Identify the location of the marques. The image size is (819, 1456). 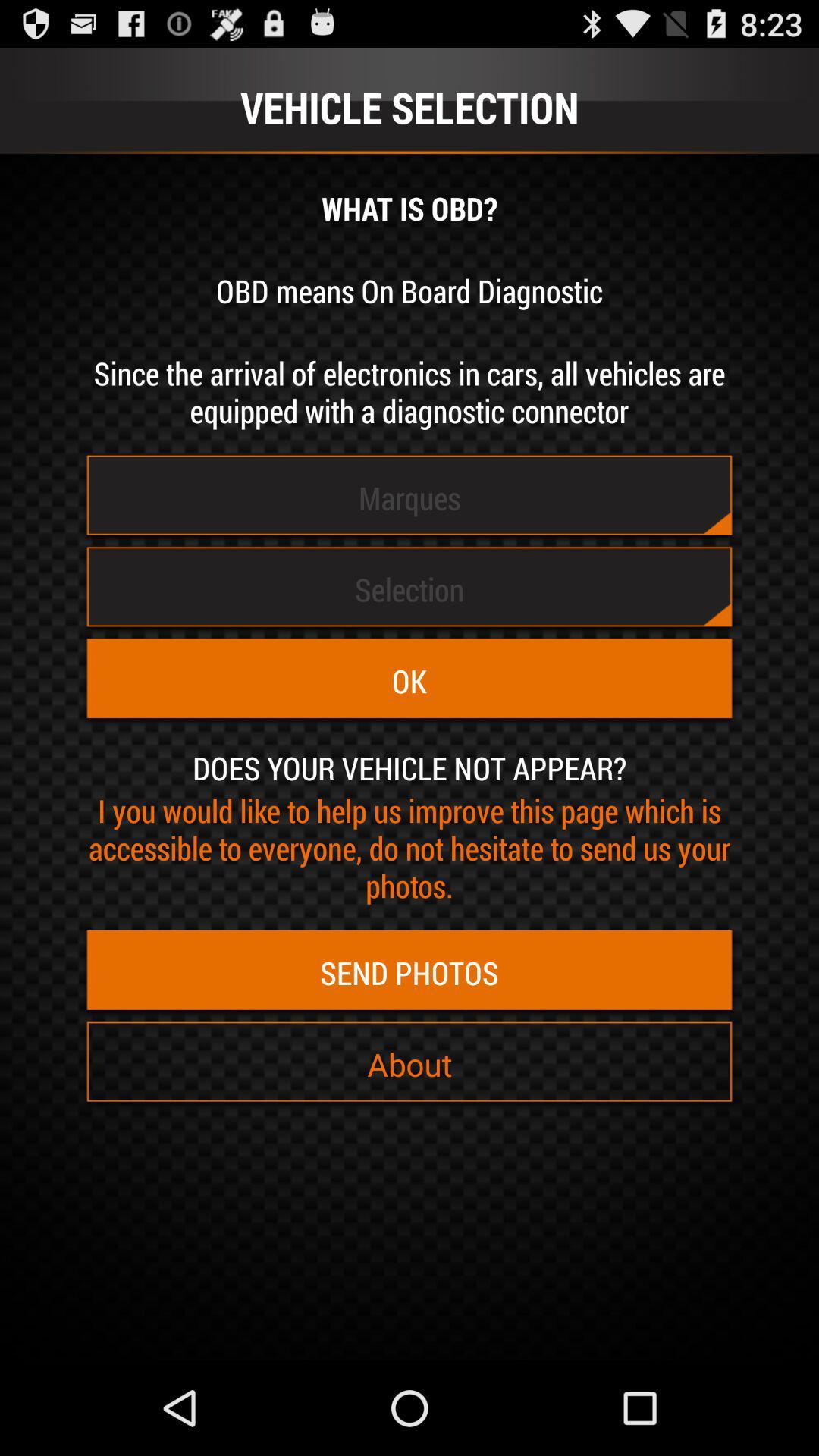
(409, 497).